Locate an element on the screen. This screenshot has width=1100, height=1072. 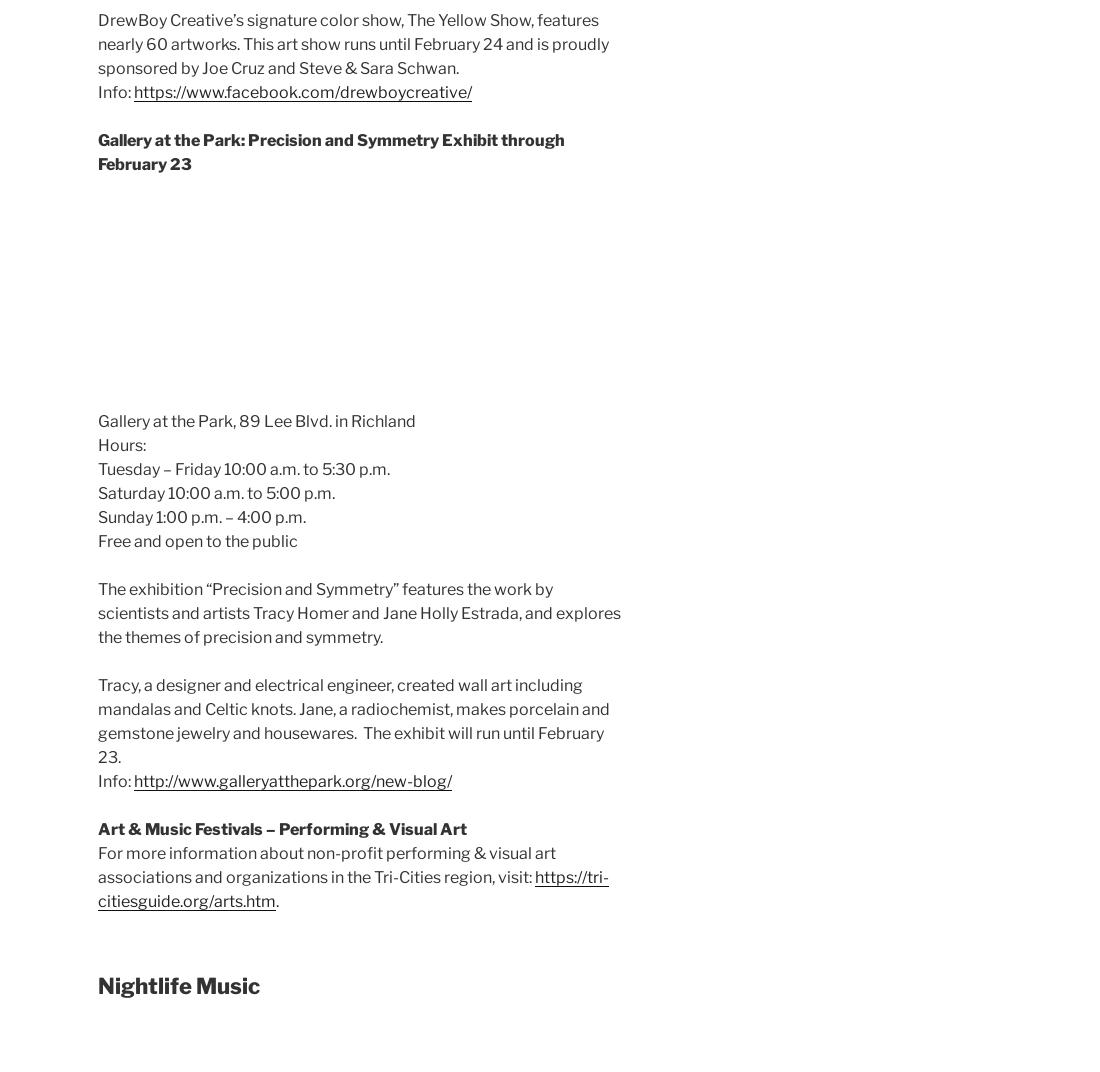
'https://tri-citiesguide.org/arts.htm' is located at coordinates (353, 888).